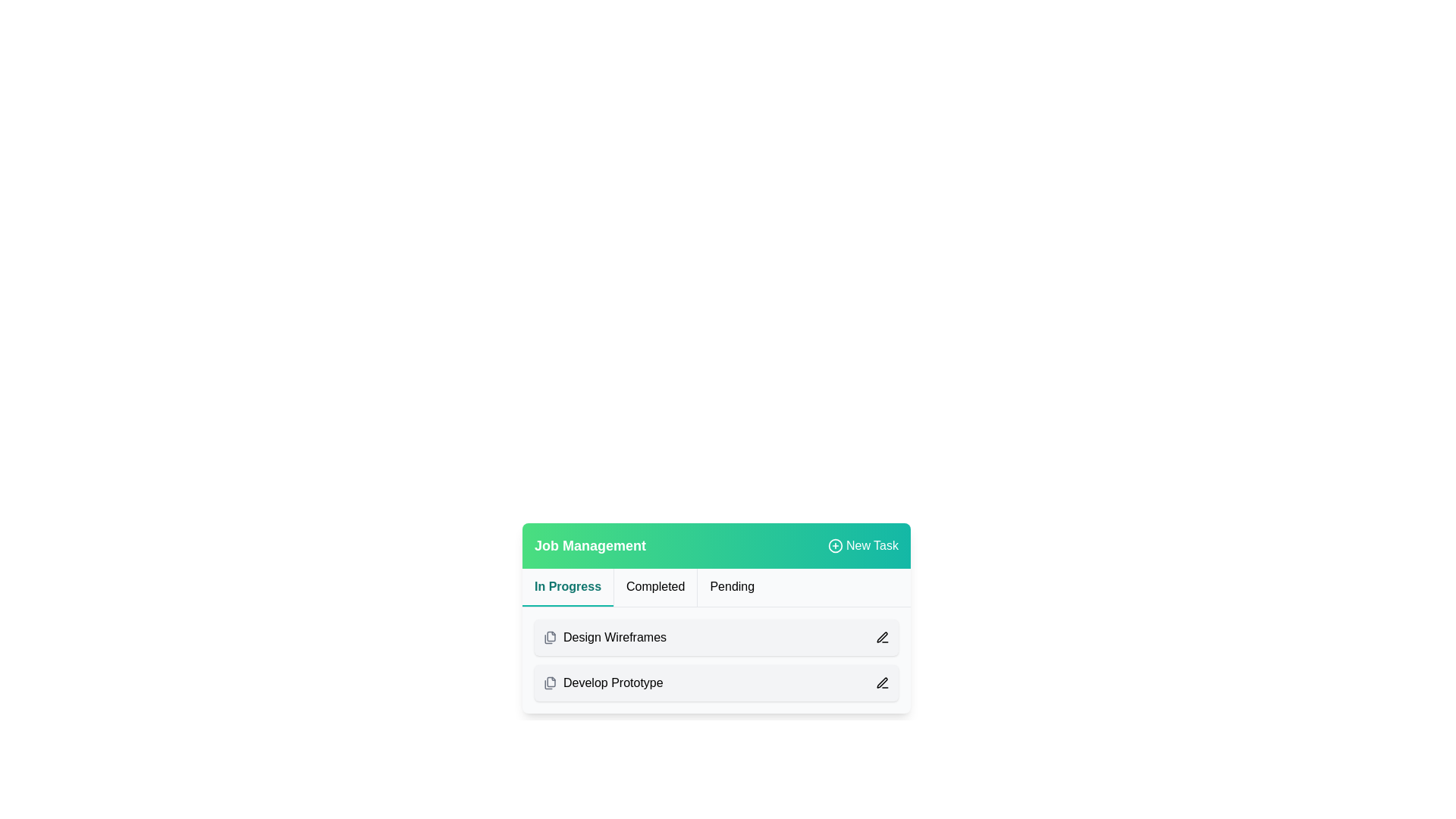  I want to click on the icon representing the 'Develop Prototype' task, which is located in the 'In Progress' tab, as the second task in the list, aligned to the left of its task label, so click(549, 683).